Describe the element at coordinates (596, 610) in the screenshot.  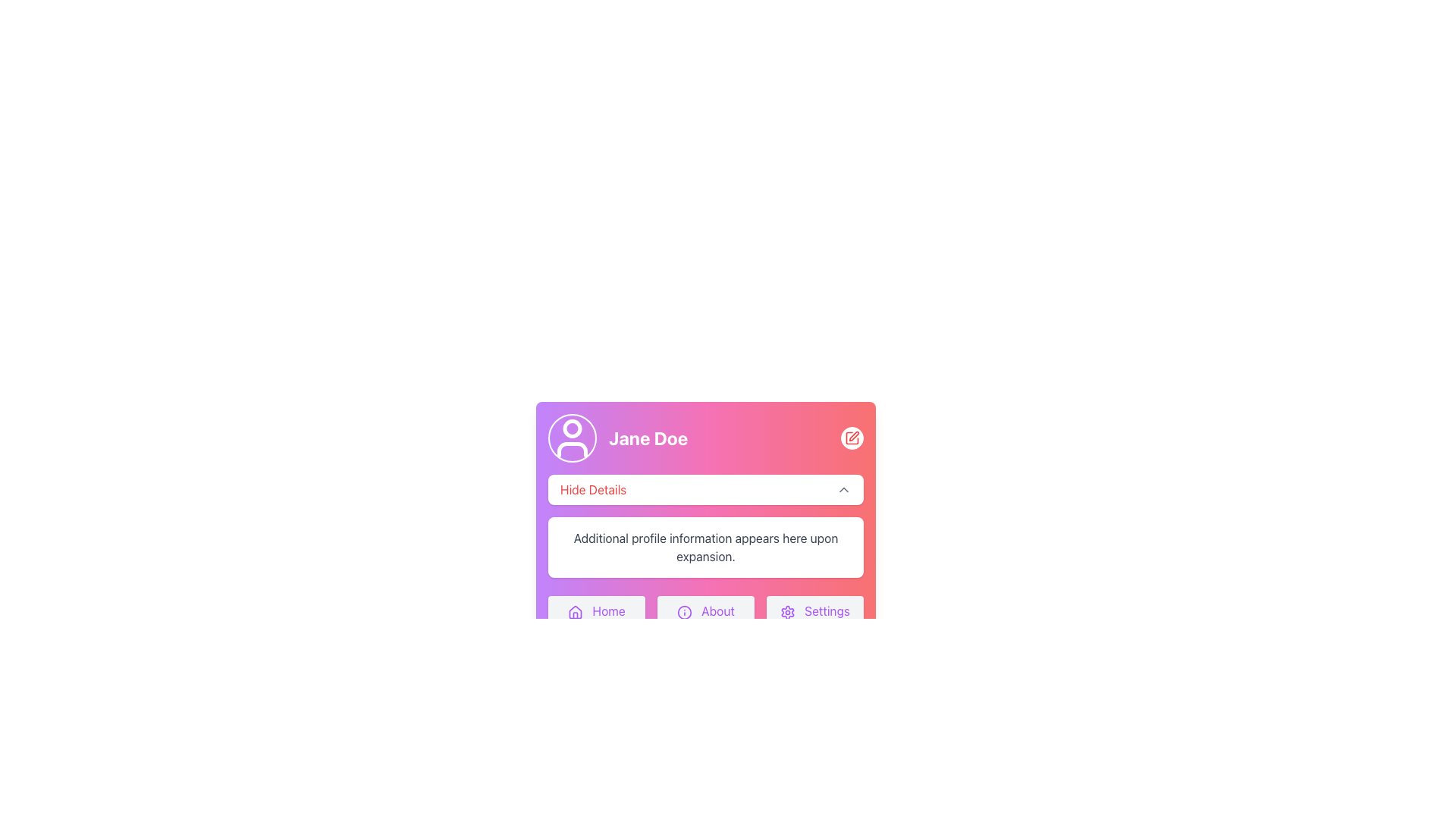
I see `the 'Home' button located at the bottom section of the profile card or form` at that location.